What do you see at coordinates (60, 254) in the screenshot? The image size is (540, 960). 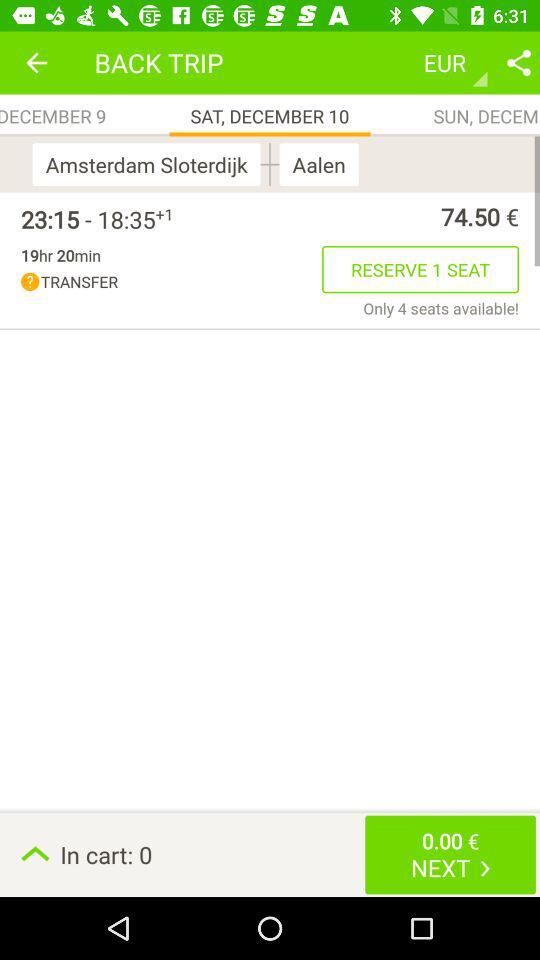 I see `the item below the 23 15 18 item` at bounding box center [60, 254].